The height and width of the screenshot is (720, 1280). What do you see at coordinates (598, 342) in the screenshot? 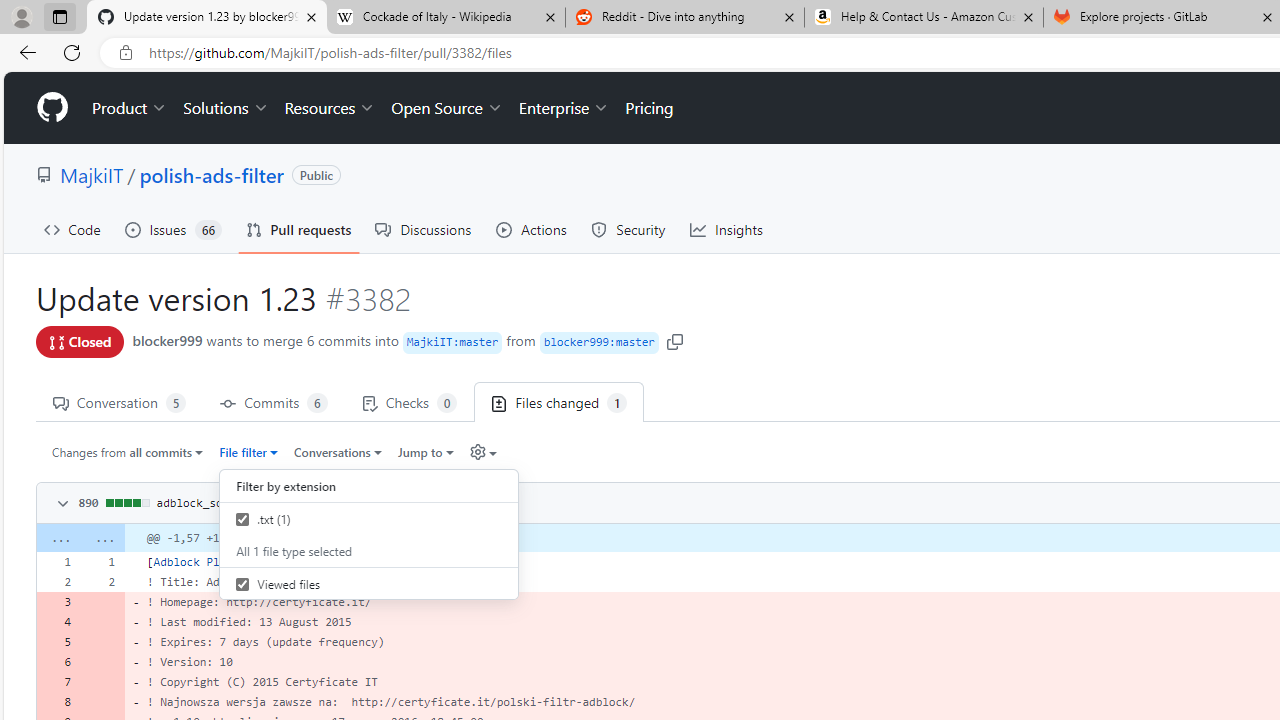
I see `'blocker999 : master'` at bounding box center [598, 342].